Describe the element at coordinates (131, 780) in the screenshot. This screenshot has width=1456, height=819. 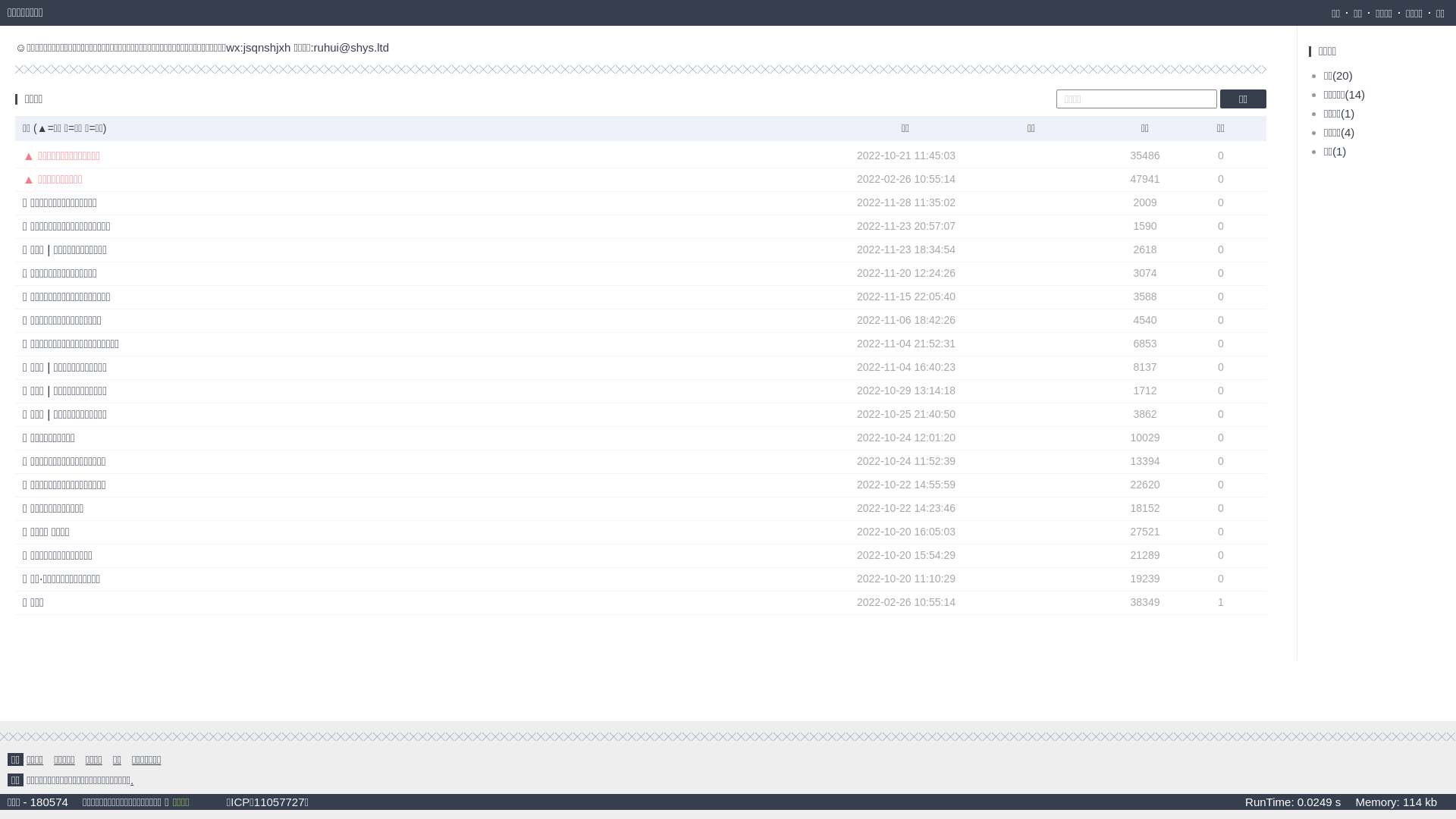
I see `'.'` at that location.